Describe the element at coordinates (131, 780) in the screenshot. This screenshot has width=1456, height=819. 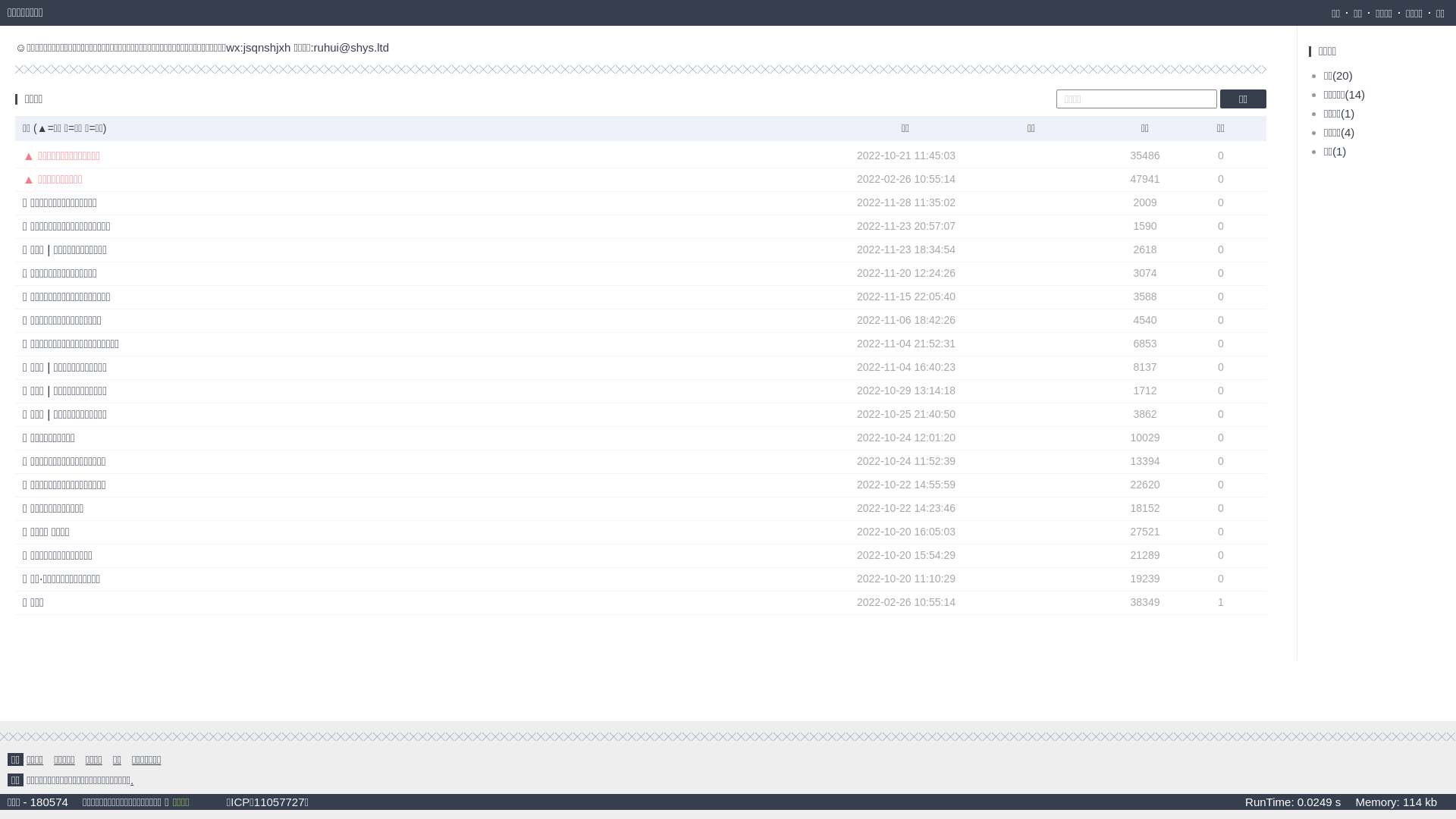
I see `'.'` at that location.